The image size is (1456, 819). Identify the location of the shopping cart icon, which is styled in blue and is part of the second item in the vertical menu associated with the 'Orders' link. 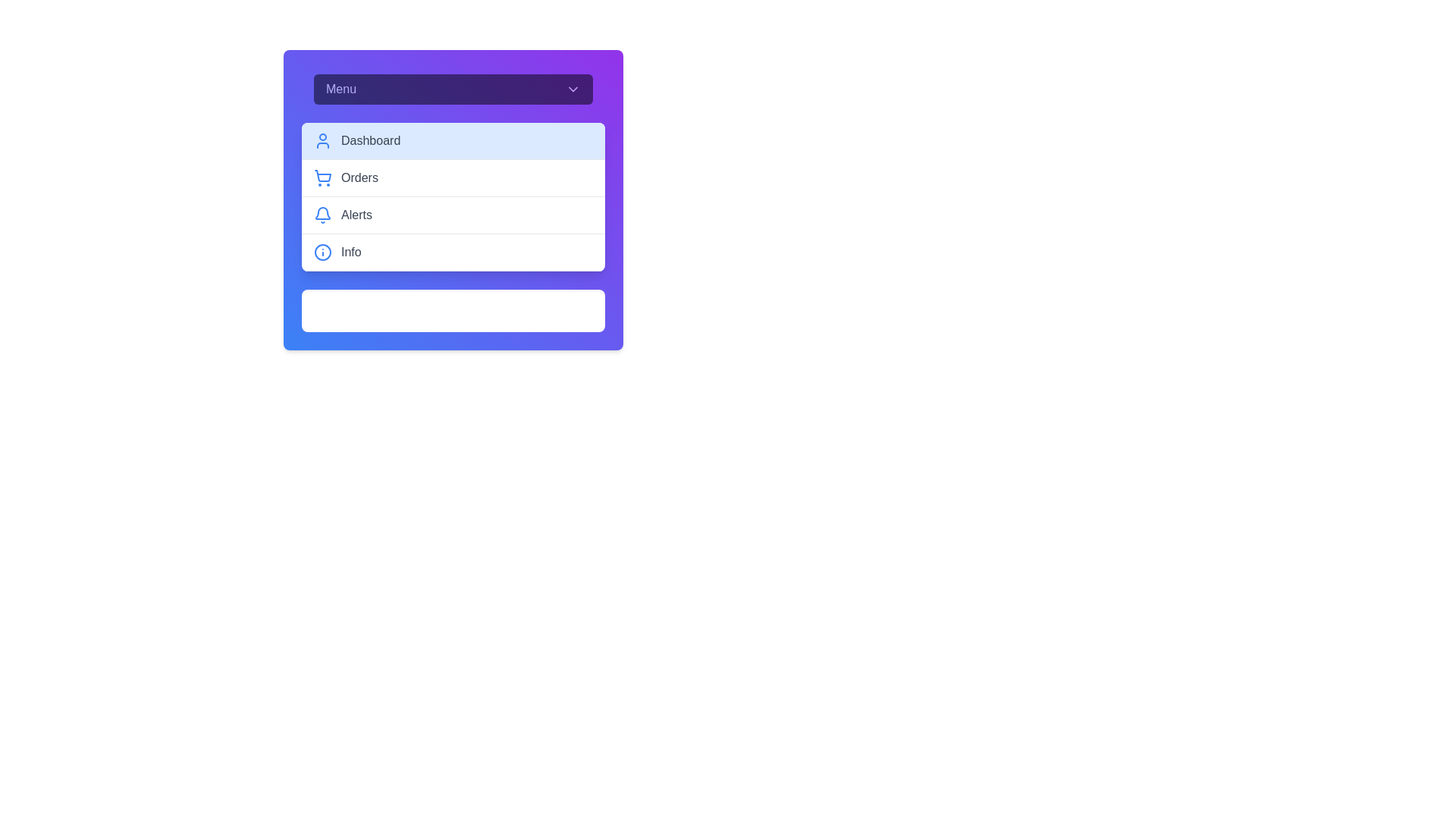
(322, 175).